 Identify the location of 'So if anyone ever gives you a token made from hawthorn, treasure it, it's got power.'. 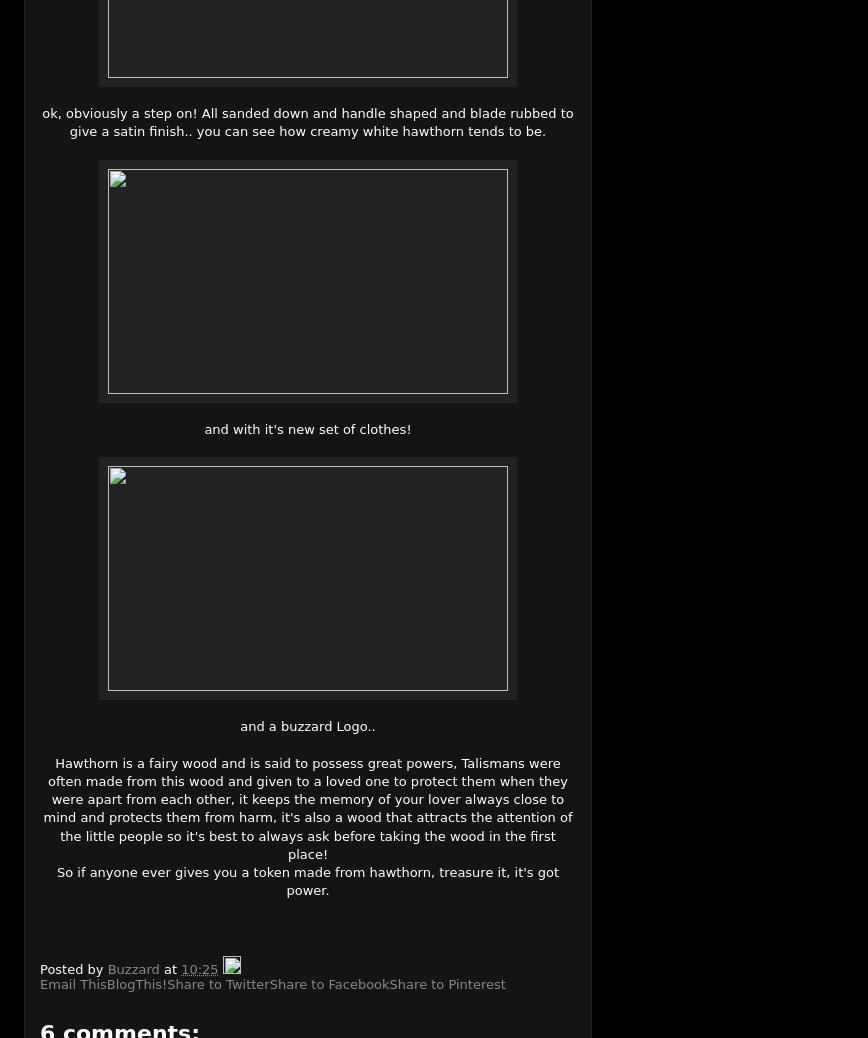
(307, 880).